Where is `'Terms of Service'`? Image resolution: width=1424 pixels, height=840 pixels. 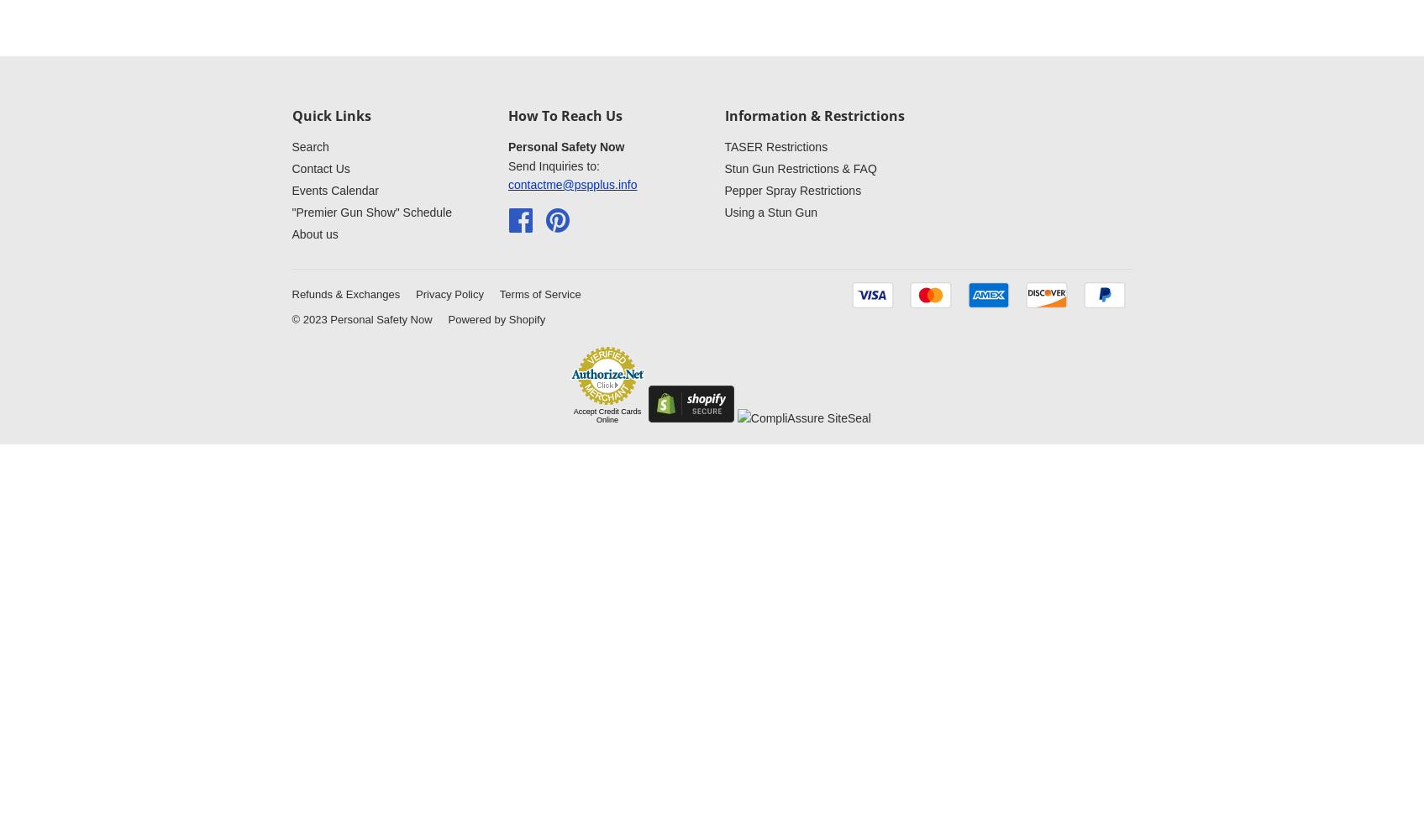
'Terms of Service' is located at coordinates (539, 292).